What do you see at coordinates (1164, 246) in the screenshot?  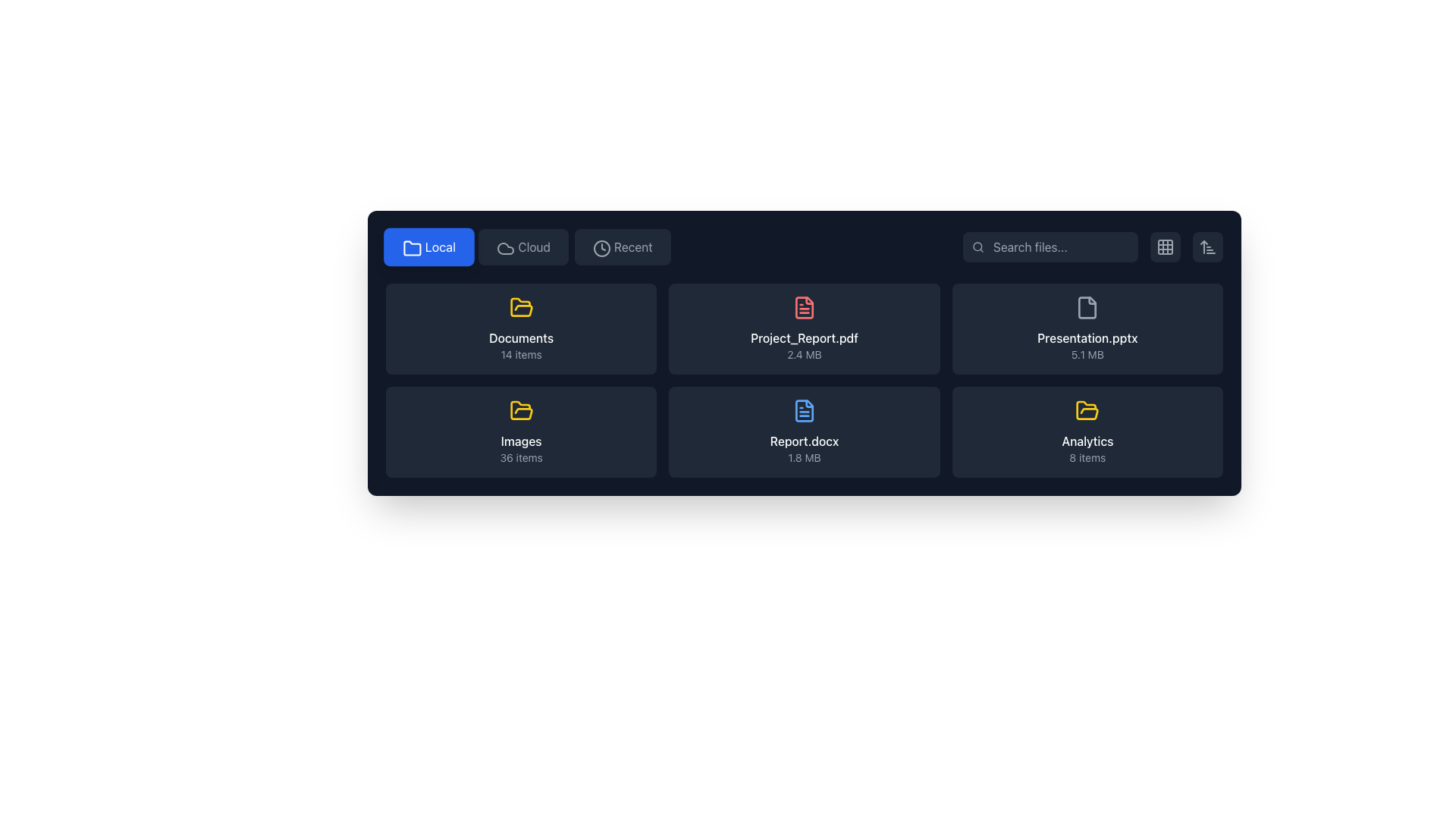 I see `the button that toggles the view layout to a grid arrangement, located on the far right of the search bar area` at bounding box center [1164, 246].